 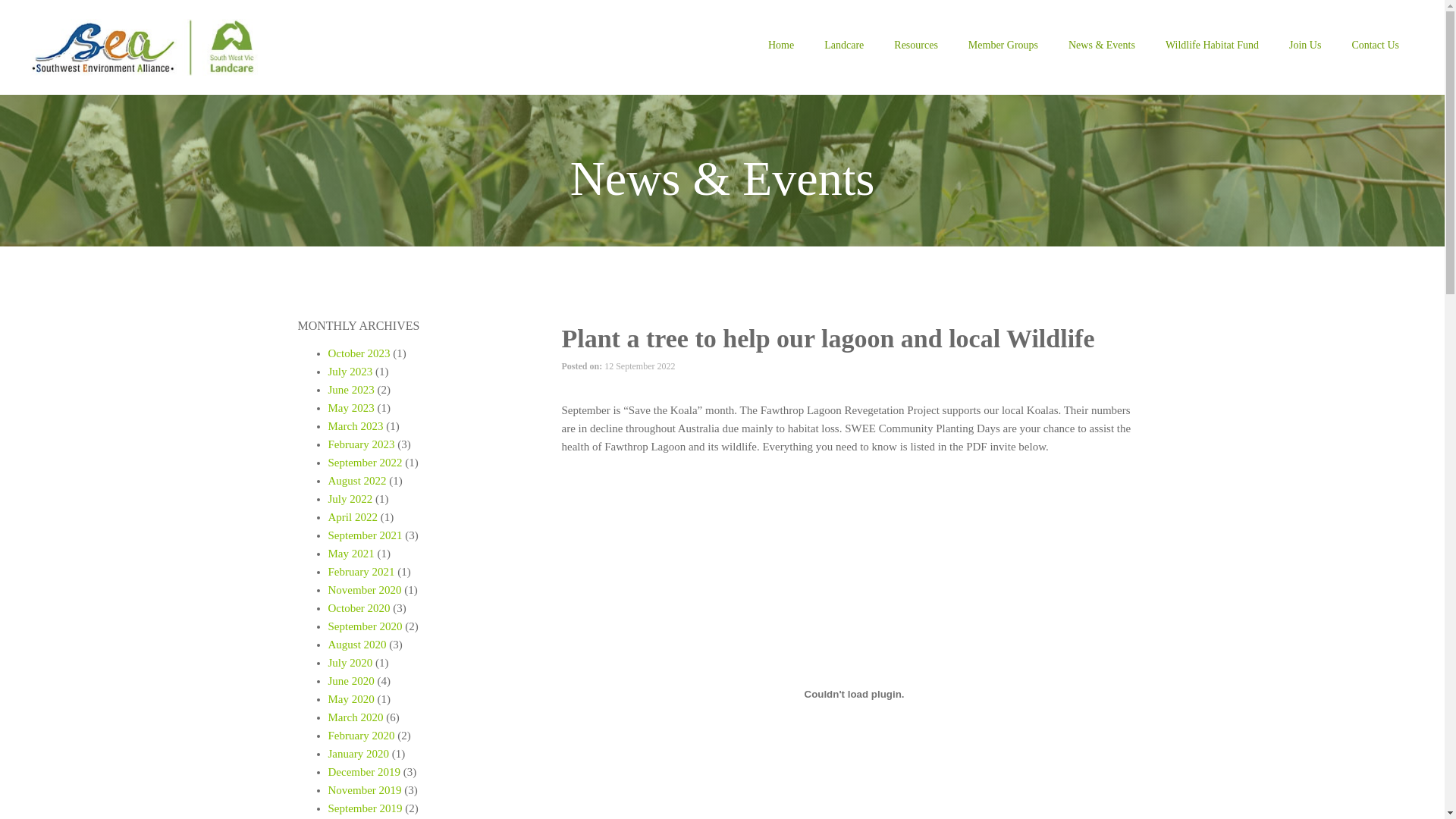 What do you see at coordinates (349, 499) in the screenshot?
I see `'July 2022'` at bounding box center [349, 499].